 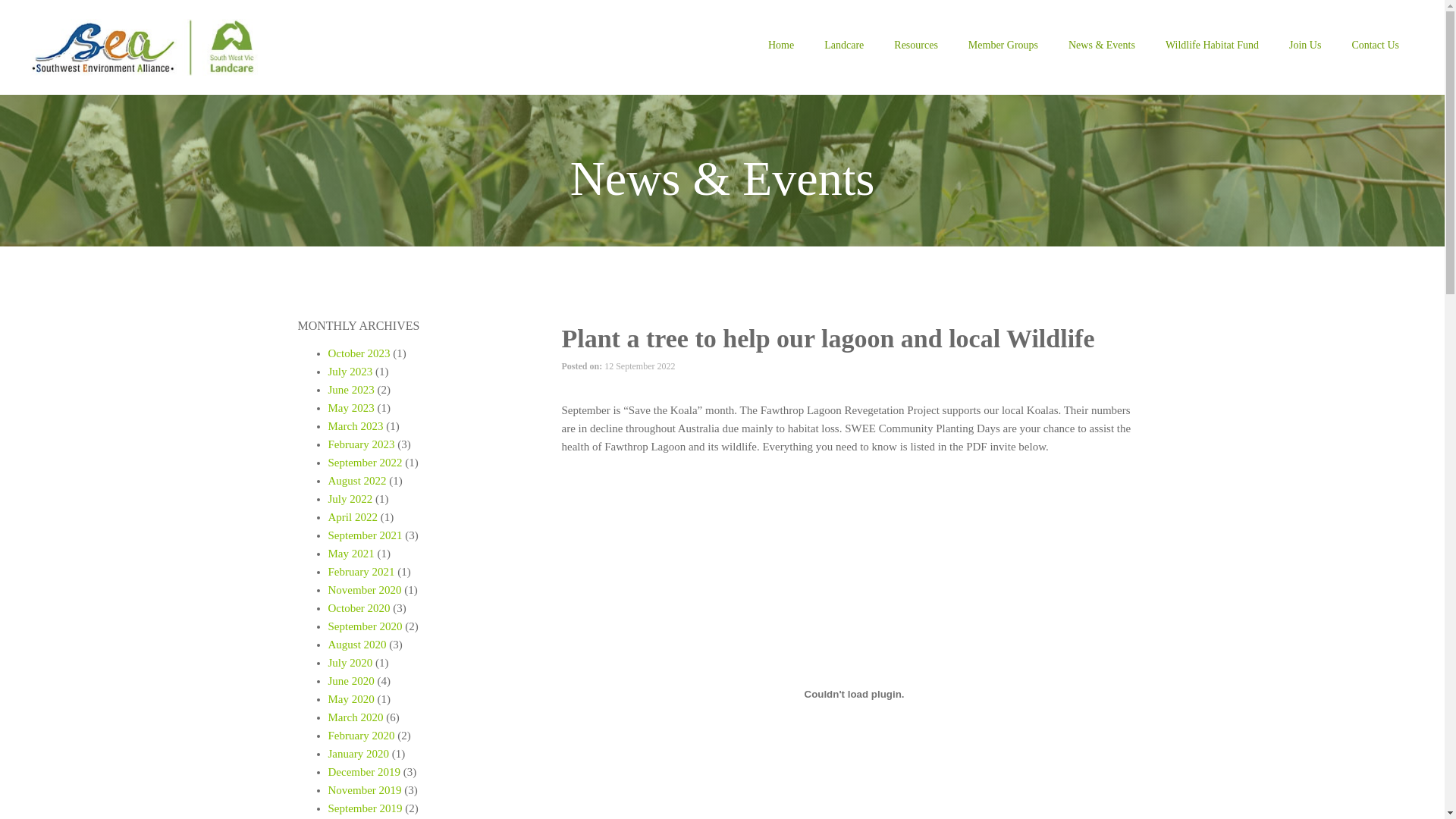 What do you see at coordinates (349, 499) in the screenshot?
I see `'July 2022'` at bounding box center [349, 499].